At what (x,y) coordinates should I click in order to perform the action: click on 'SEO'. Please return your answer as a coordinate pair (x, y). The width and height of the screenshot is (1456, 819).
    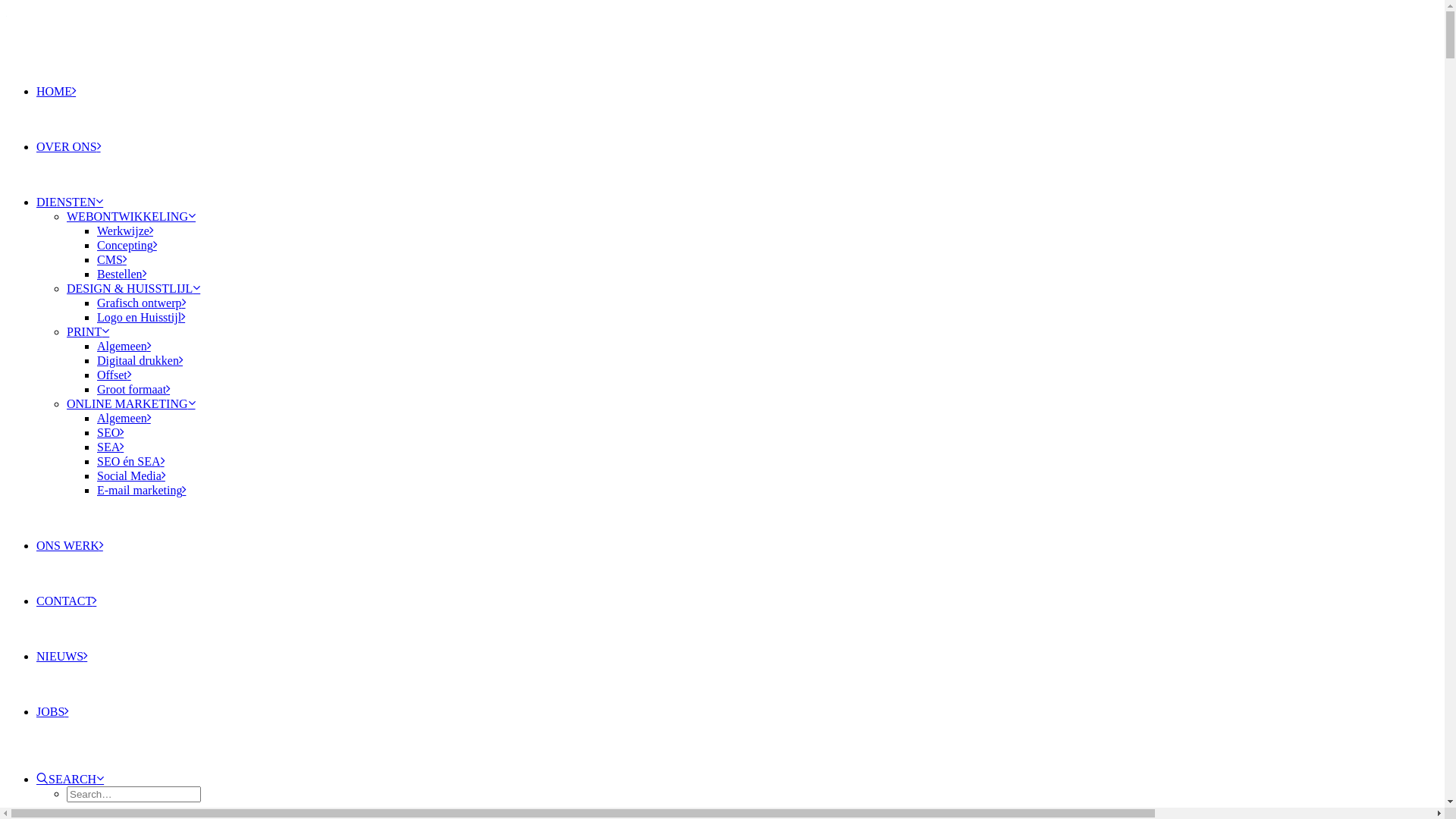
    Looking at the image, I should click on (109, 432).